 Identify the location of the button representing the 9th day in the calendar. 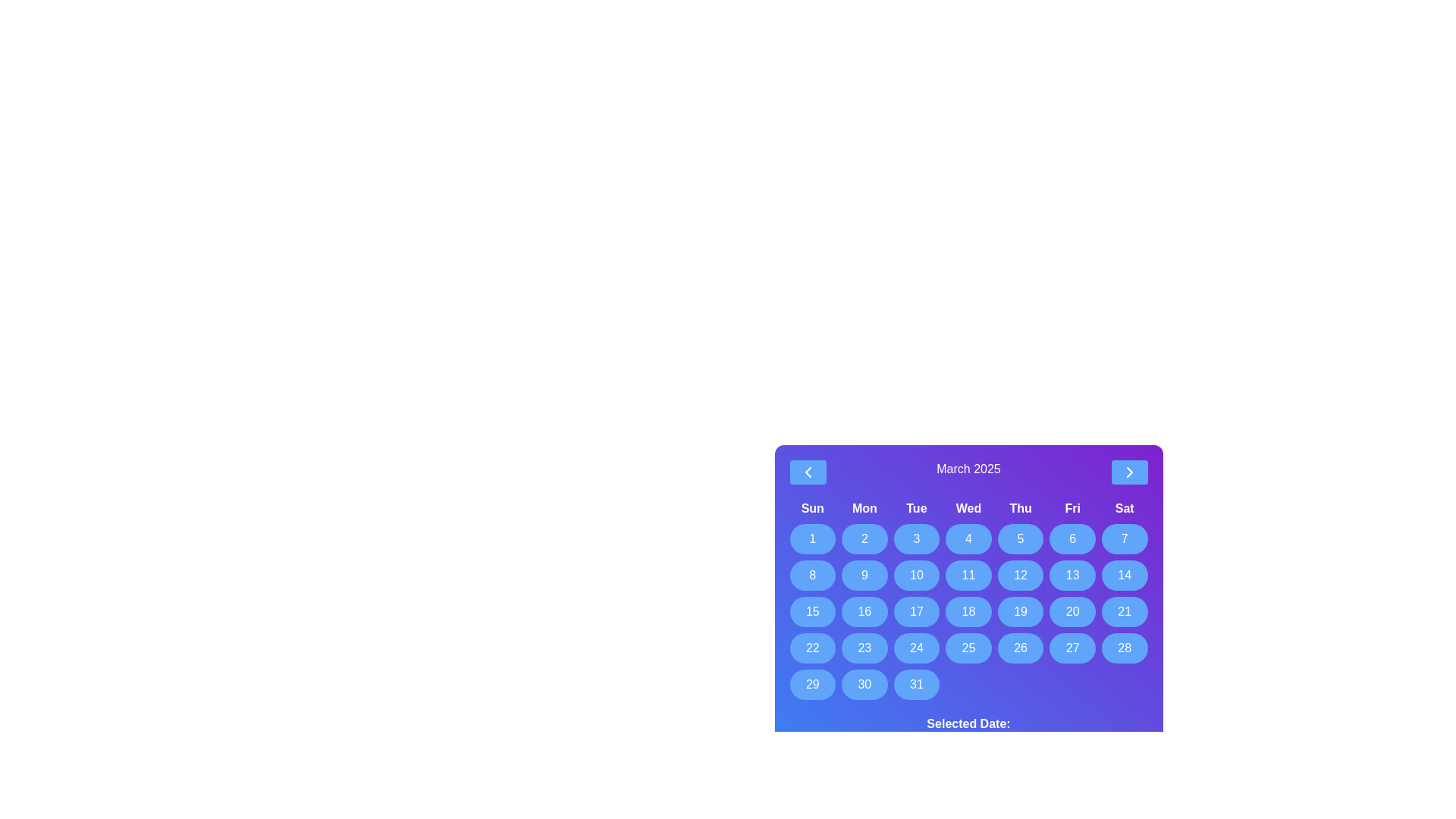
(864, 576).